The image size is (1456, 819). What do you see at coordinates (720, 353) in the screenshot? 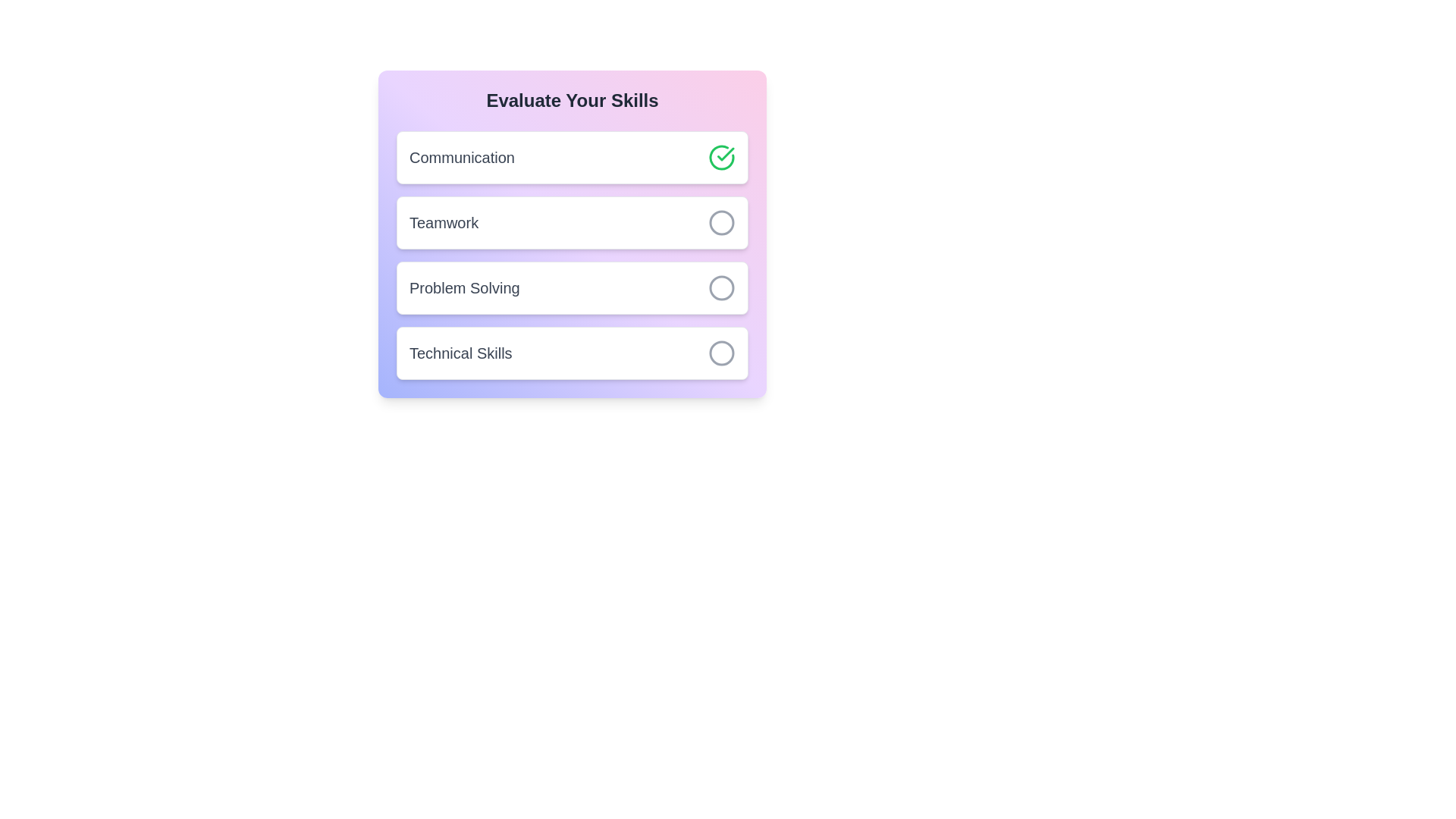
I see `the skill Technical Skills by clicking its associated button` at bounding box center [720, 353].